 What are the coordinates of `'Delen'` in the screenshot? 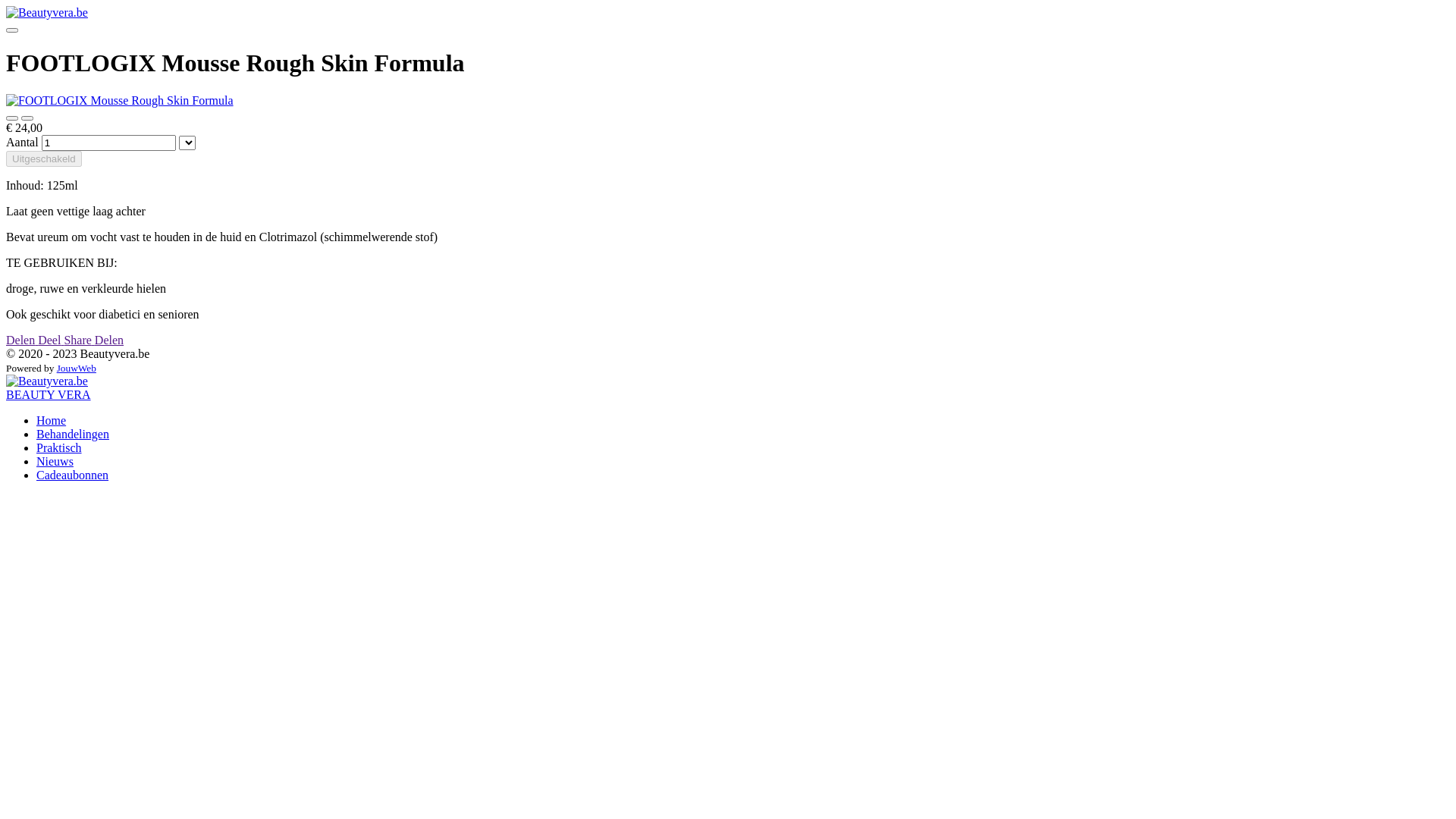 It's located at (108, 339).